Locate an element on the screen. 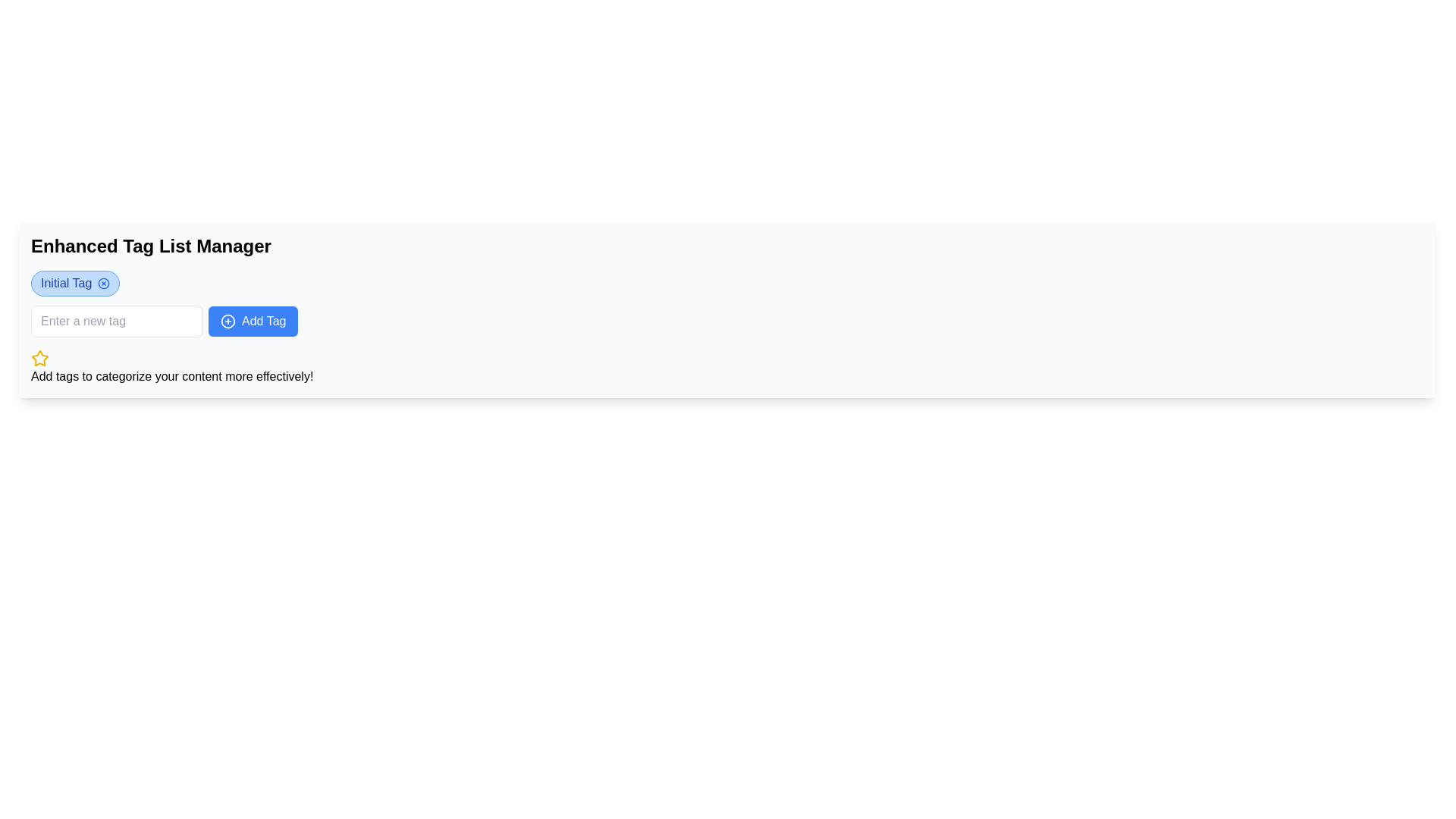  the Text Label that displays the name or value of a tag, located inside a rounded, light-blue background, positioned to the left of a circular close icon is located at coordinates (65, 284).